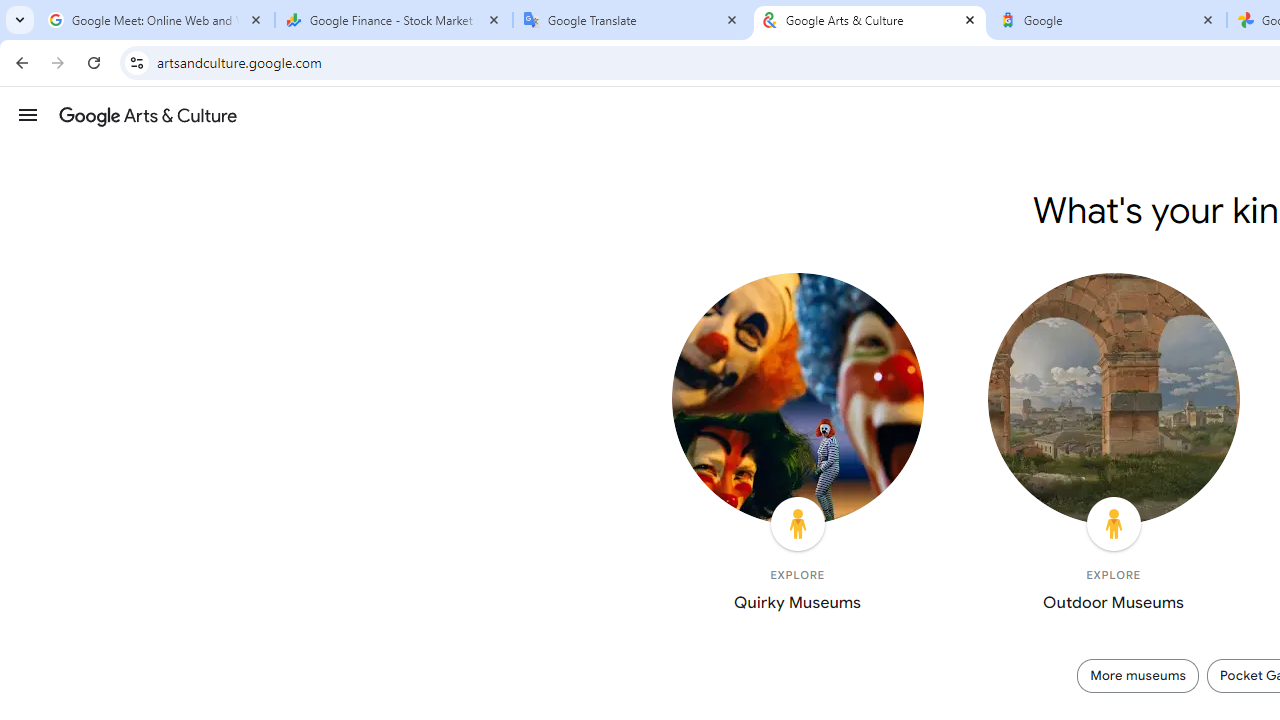  What do you see at coordinates (870, 20) in the screenshot?
I see `'Google Arts & Culture'` at bounding box center [870, 20].